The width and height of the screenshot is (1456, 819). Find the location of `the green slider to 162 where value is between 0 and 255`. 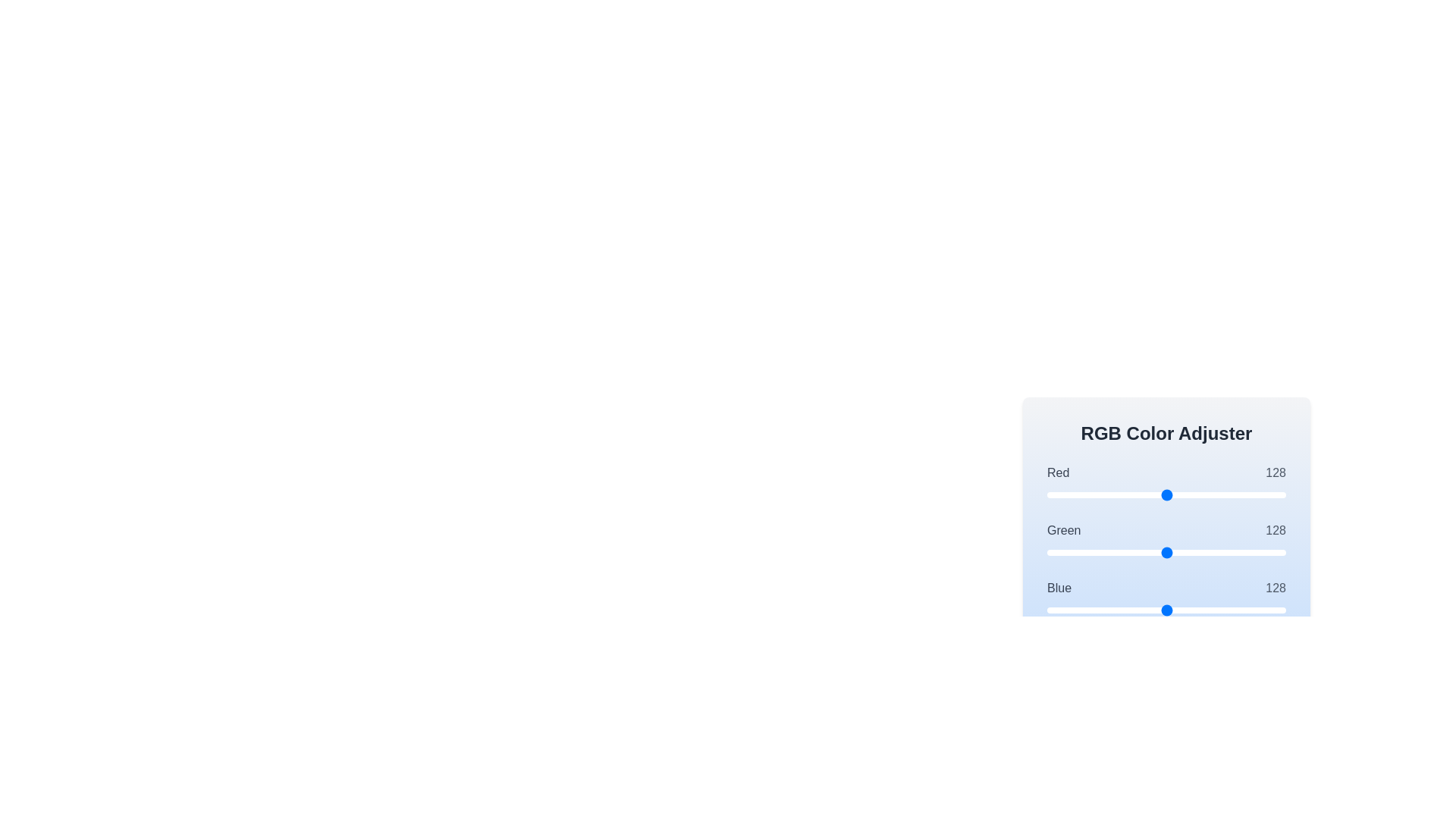

the green slider to 162 where value is between 0 and 255 is located at coordinates (1198, 553).